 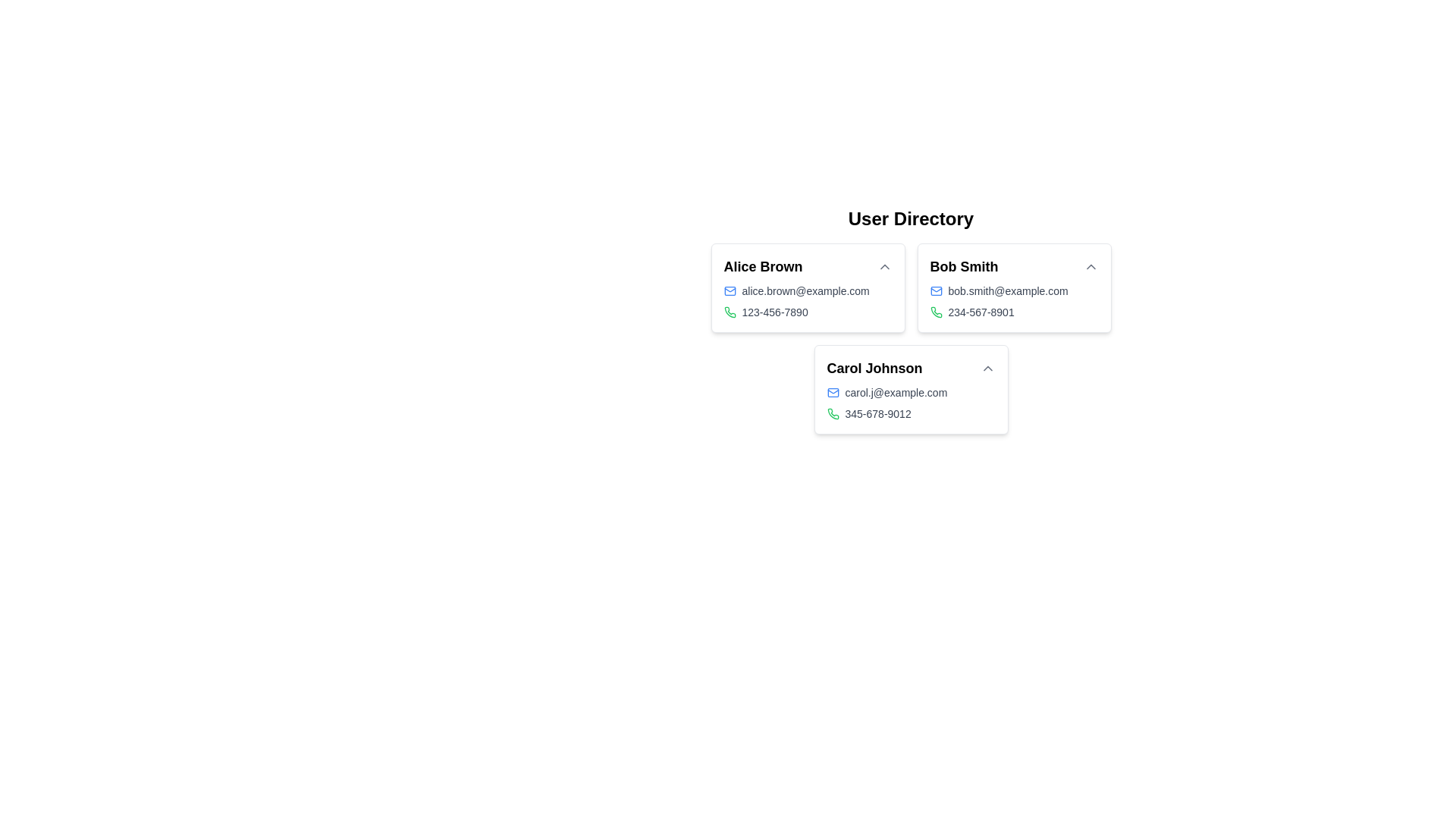 I want to click on the phone icon located to the left of the phone number '345-678-9012' in the contact card for 'Carol Johnson' to initiate a phone call, so click(x=832, y=414).